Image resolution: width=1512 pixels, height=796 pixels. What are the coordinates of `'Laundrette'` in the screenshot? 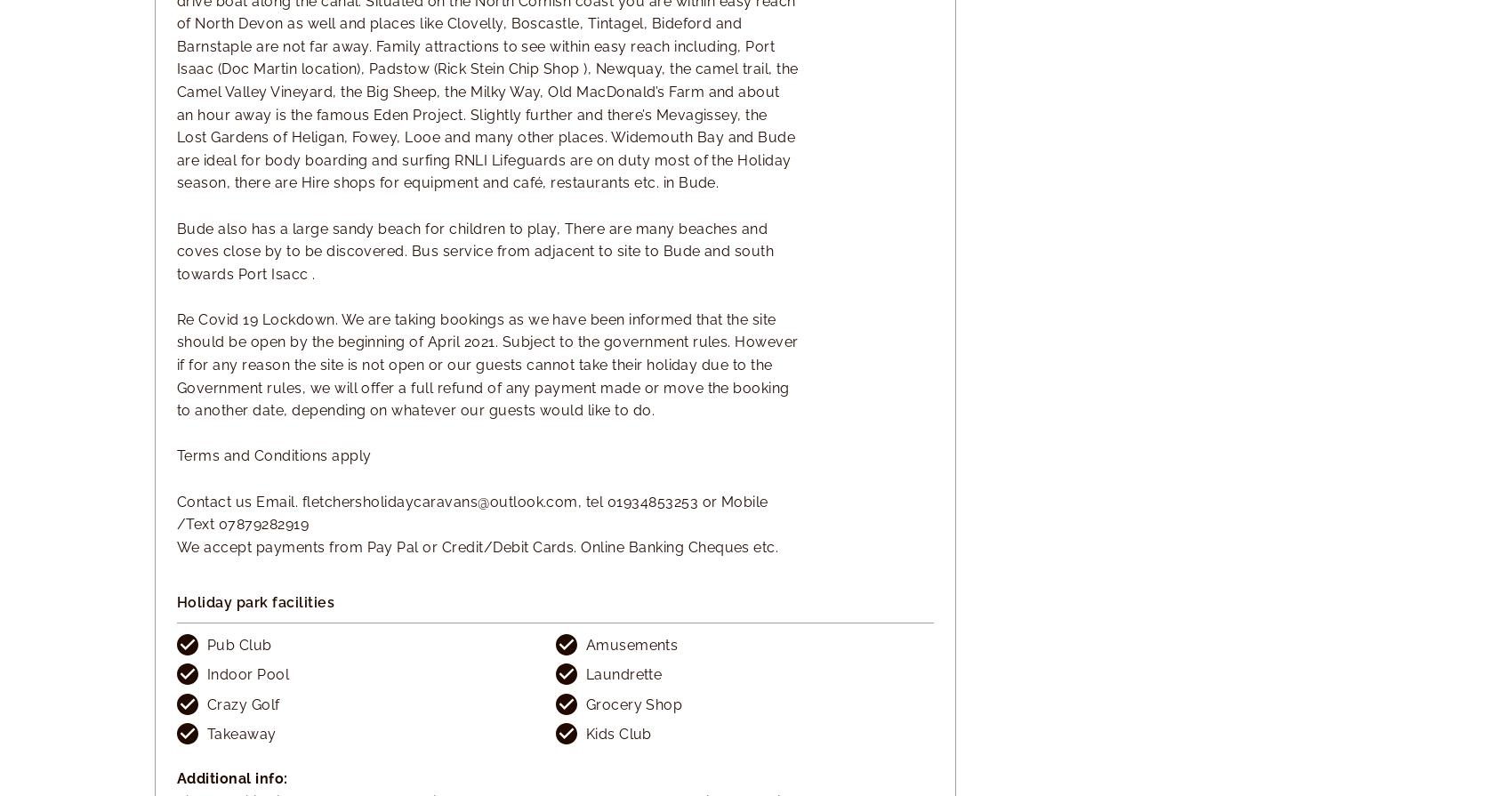 It's located at (623, 673).